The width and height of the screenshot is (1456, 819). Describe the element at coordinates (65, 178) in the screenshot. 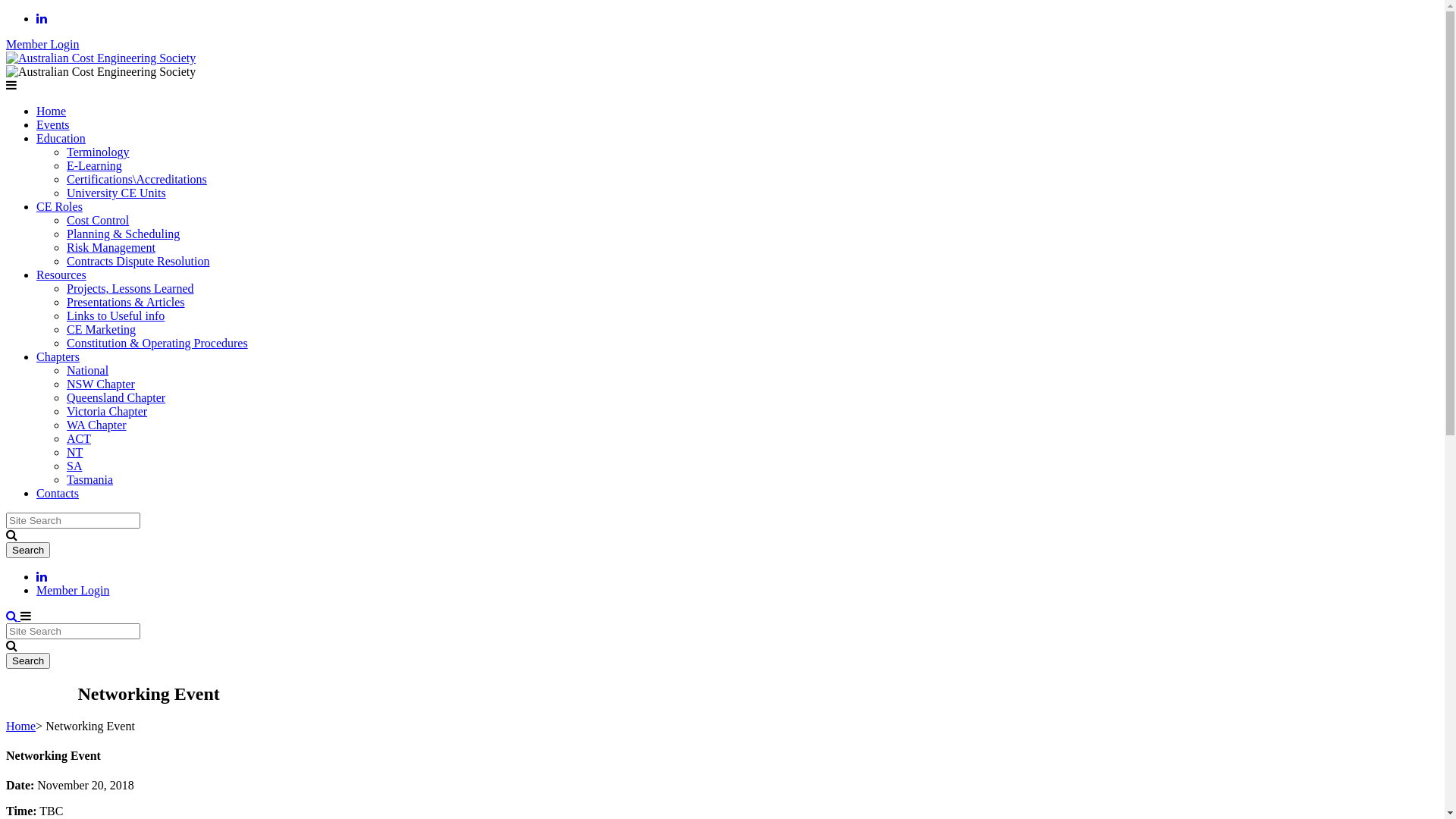

I see `'Certifications\Accreditations'` at that location.